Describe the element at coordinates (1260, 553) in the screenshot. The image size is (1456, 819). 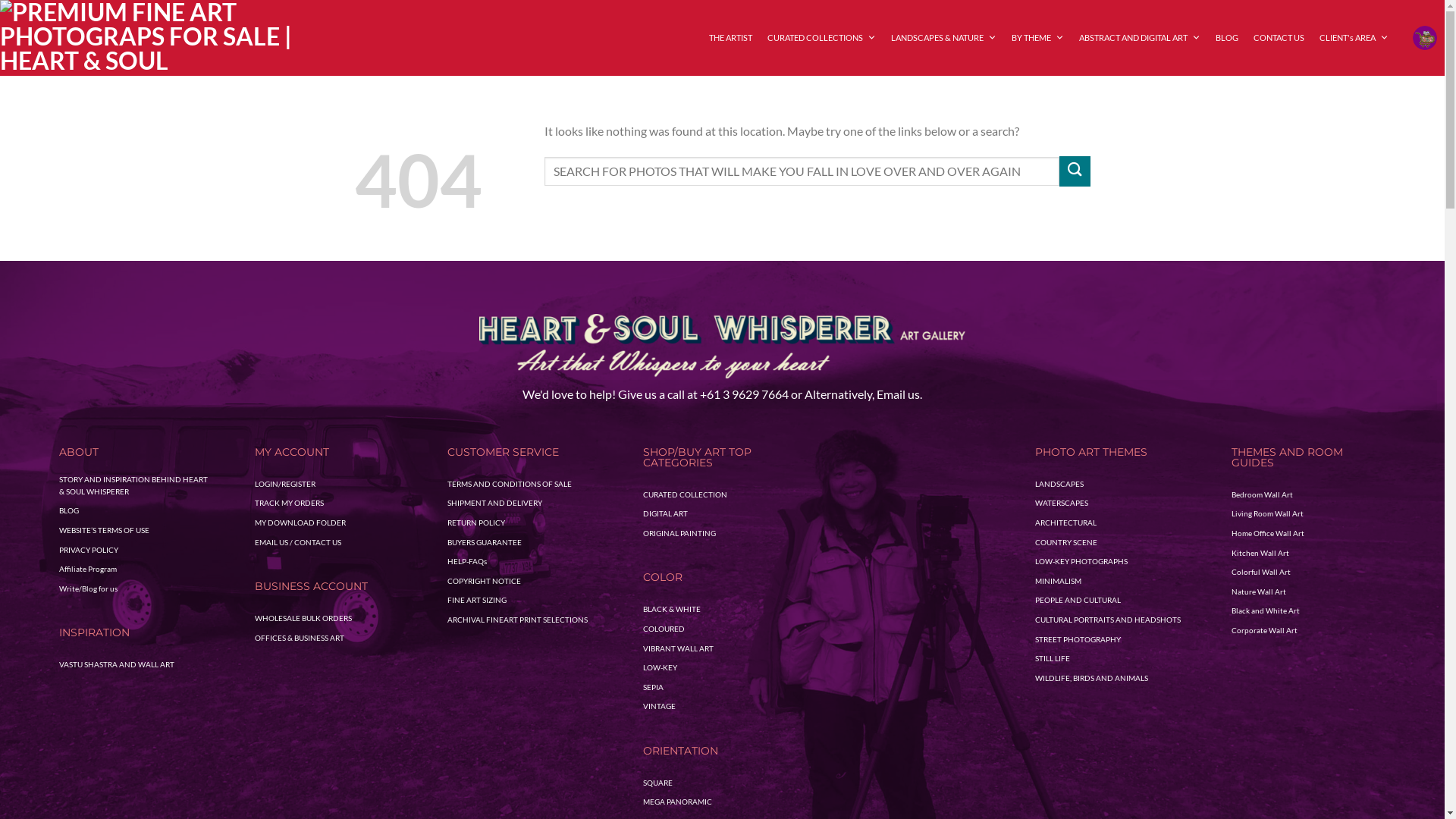
I see `'Kitchen Wall Art'` at that location.